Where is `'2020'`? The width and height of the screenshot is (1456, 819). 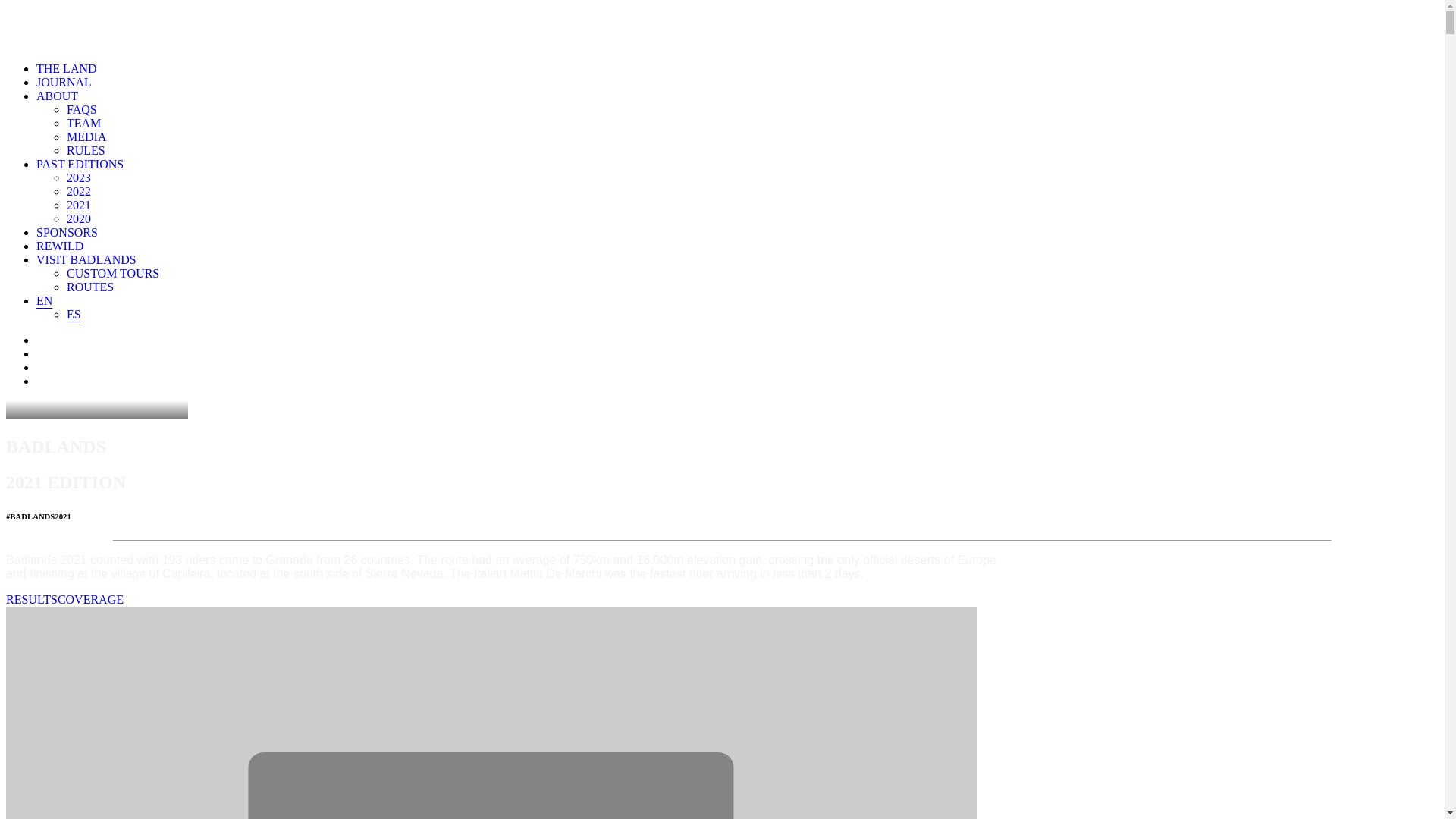
'2020' is located at coordinates (78, 218).